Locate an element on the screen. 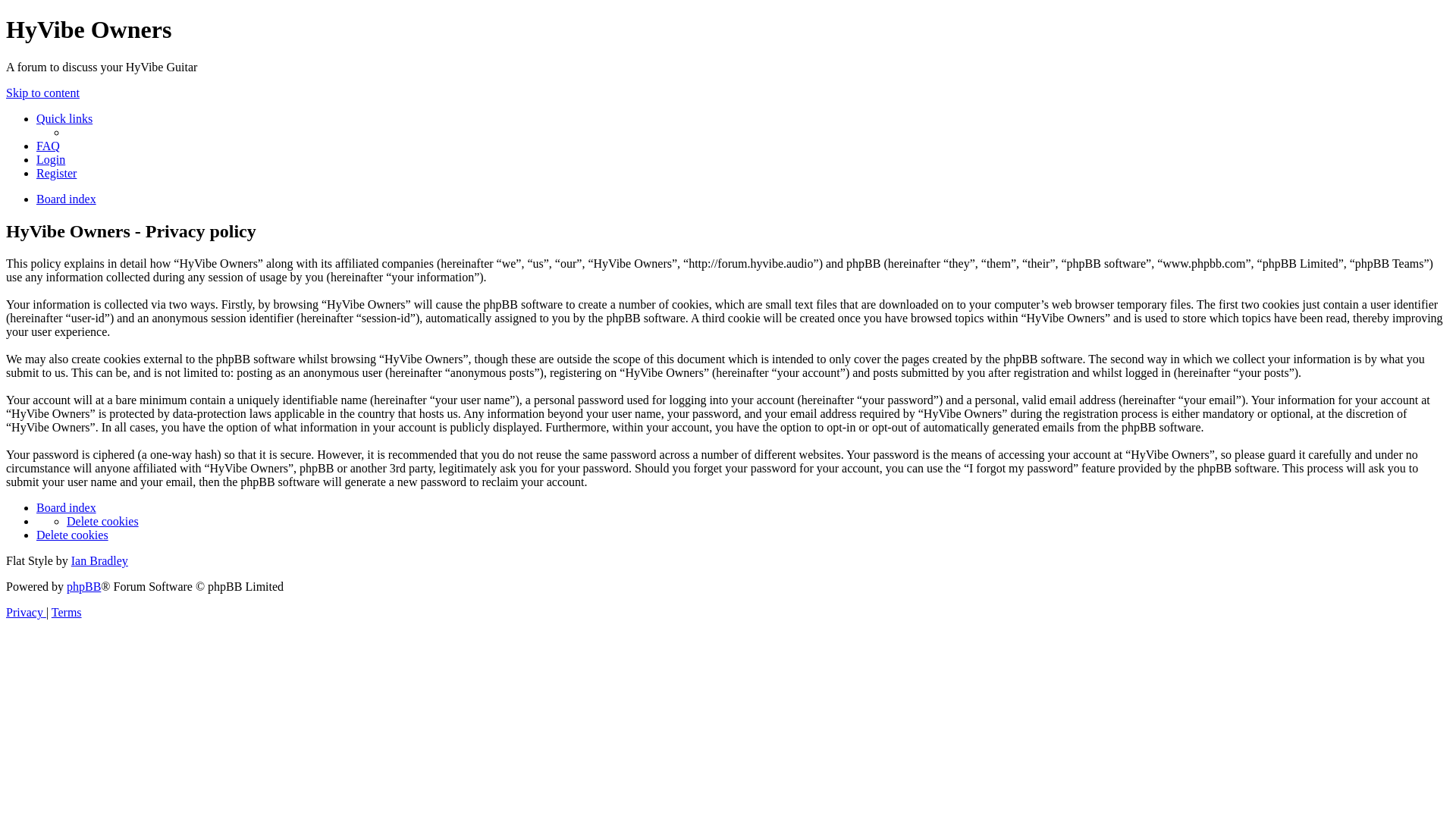  'Board index' is located at coordinates (65, 507).